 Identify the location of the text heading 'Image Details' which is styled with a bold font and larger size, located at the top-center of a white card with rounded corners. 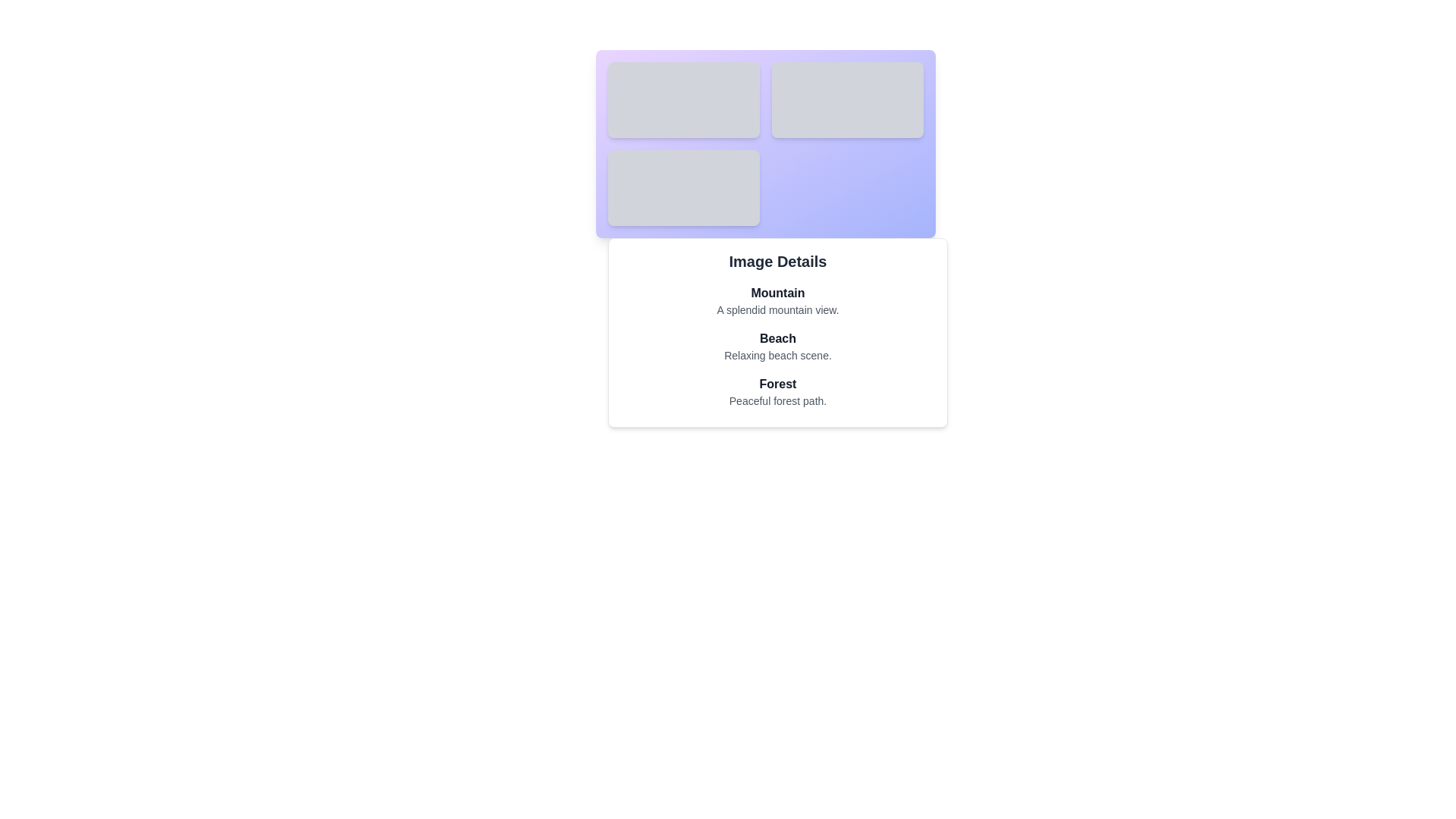
(778, 260).